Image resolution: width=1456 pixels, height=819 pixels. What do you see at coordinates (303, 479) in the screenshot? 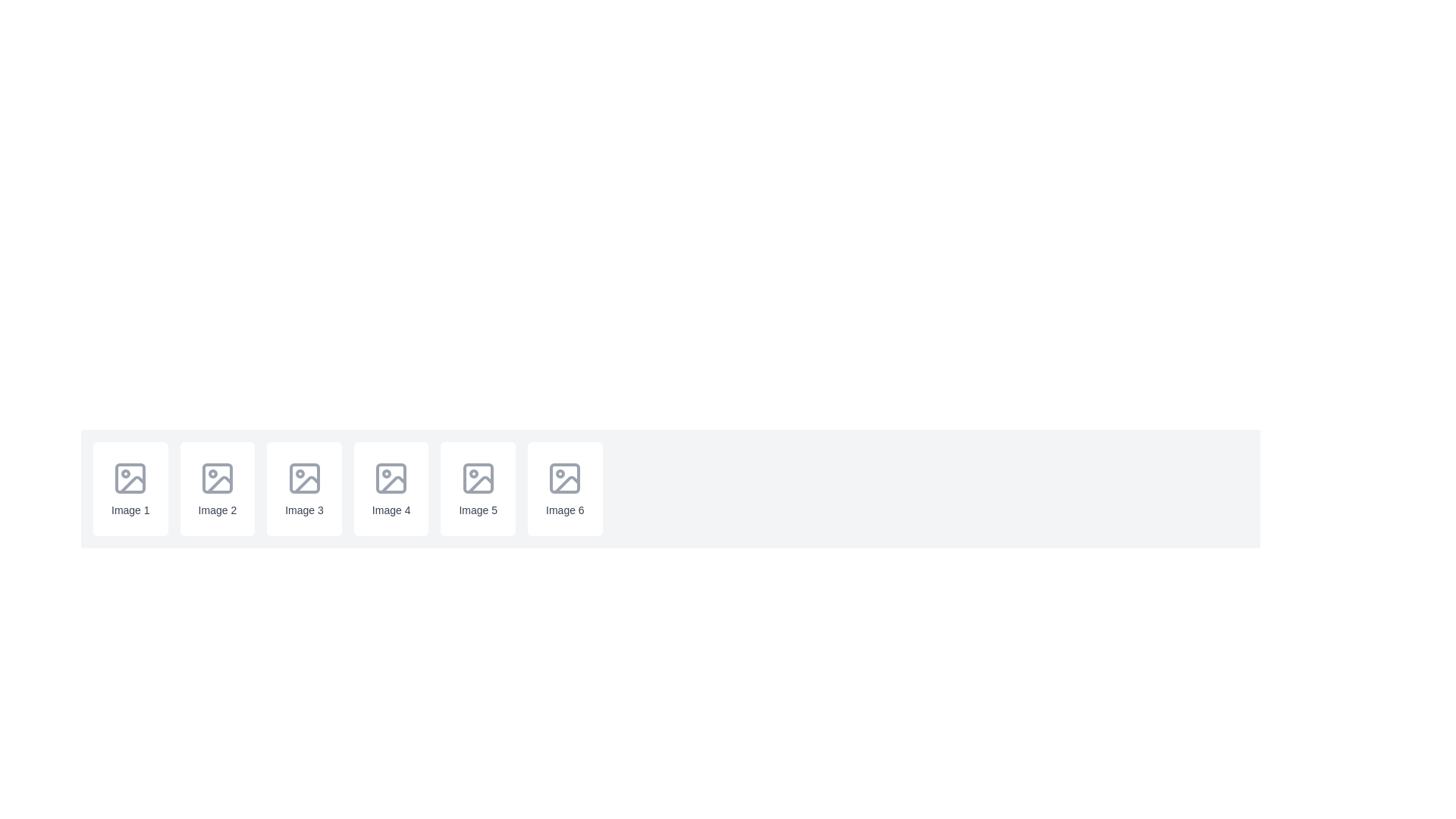
I see `the icon that visually represents 'Image 3', which is the third item in a horizontal row of image entries` at bounding box center [303, 479].